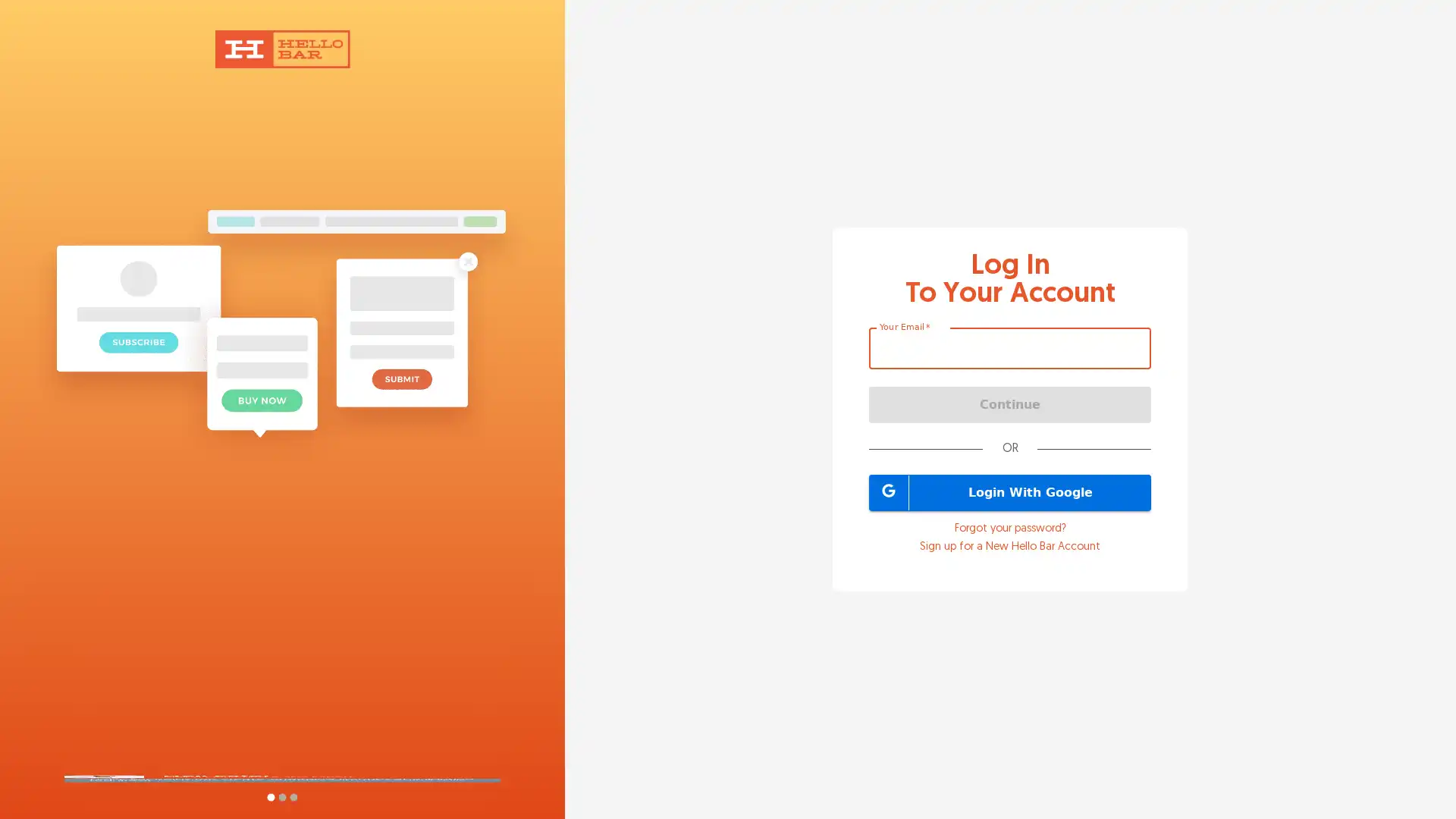 This screenshot has width=1456, height=819. I want to click on Login With Google, so click(1010, 491).